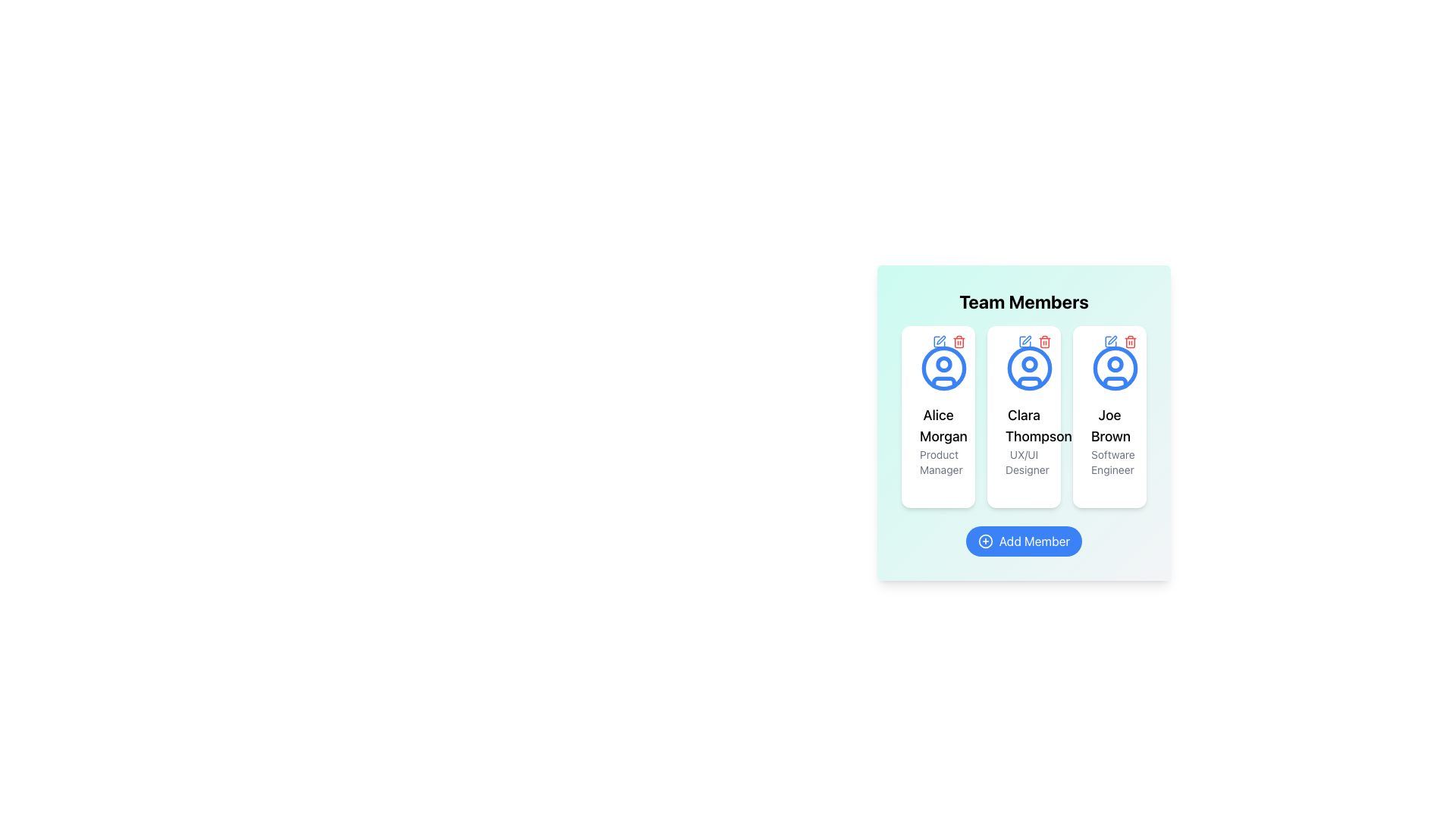 This screenshot has width=1456, height=819. I want to click on the text label displaying 'Product Manager' located below the name 'Alice Morgan' in the user card component within the 'Team Members' section, so click(937, 461).